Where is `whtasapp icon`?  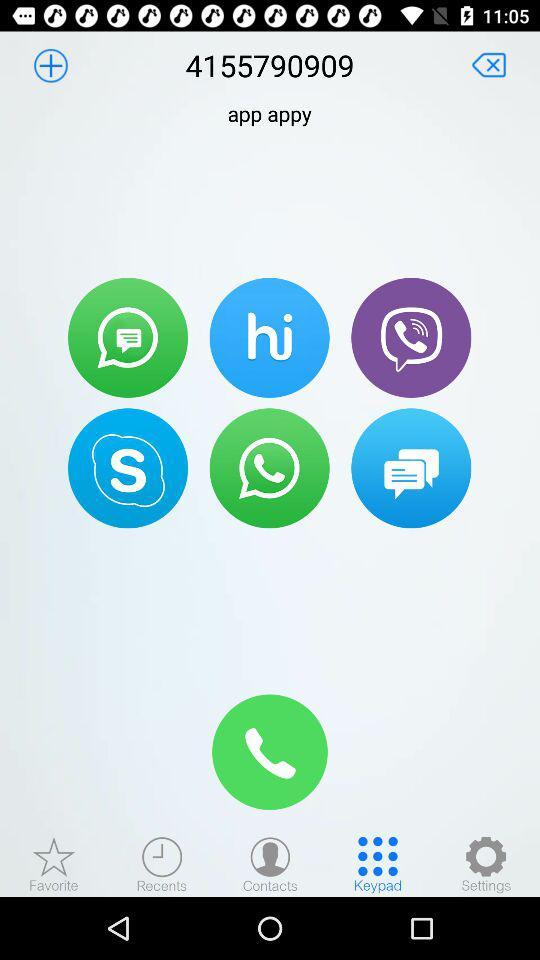
whtasapp icon is located at coordinates (270, 468).